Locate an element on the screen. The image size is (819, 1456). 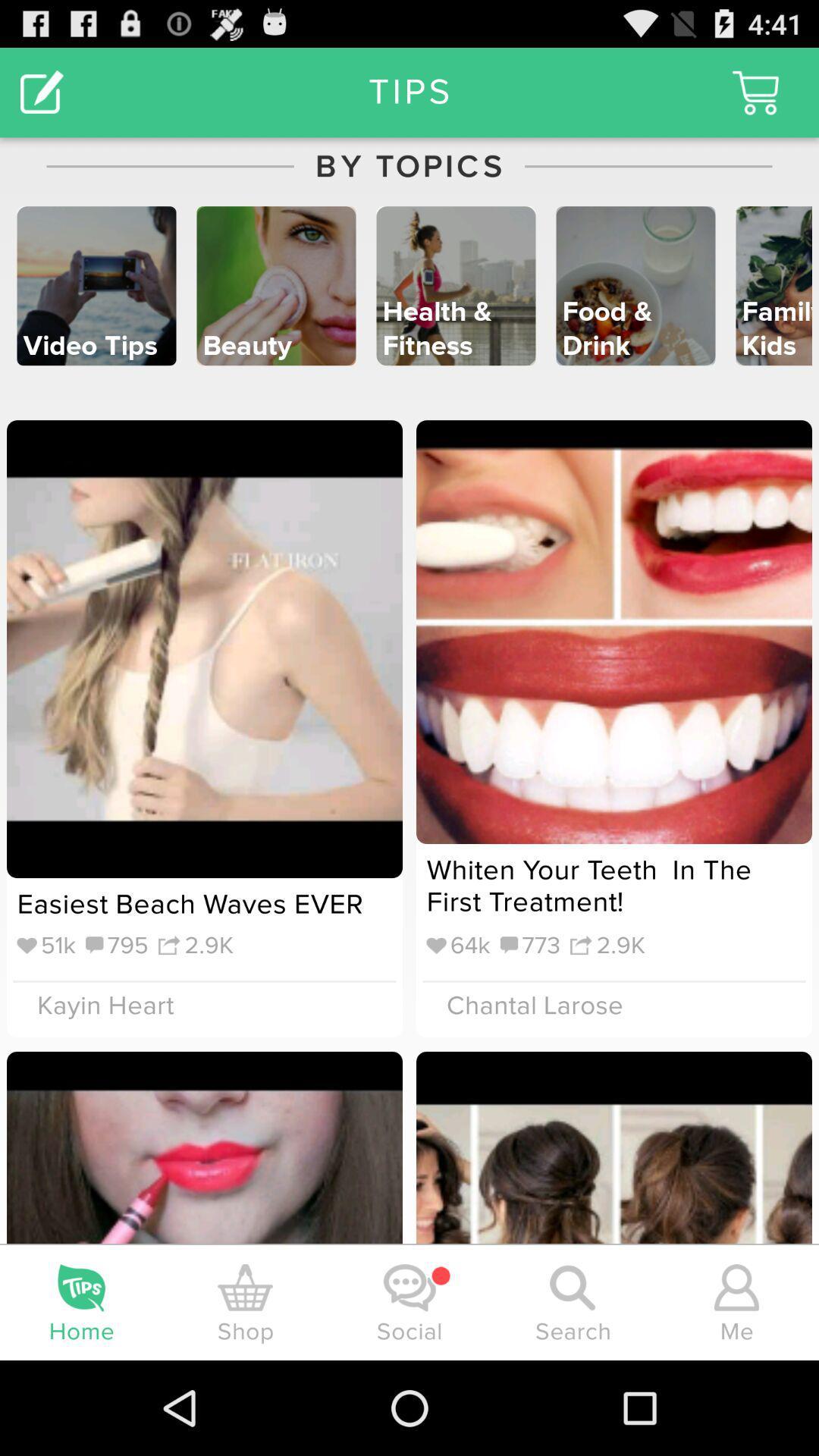
icon above me is located at coordinates (736, 1287).